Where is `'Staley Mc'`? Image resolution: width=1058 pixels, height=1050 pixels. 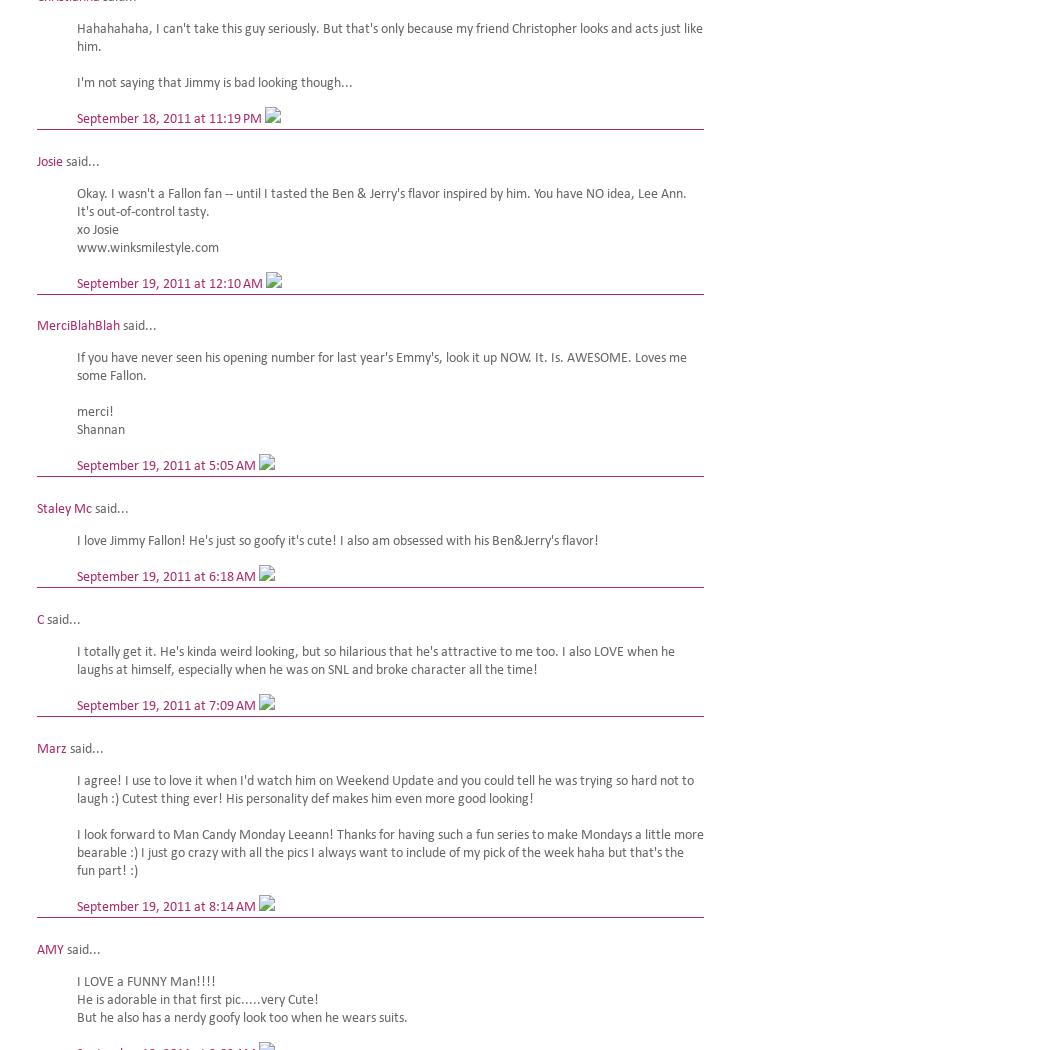
'Staley Mc' is located at coordinates (64, 508).